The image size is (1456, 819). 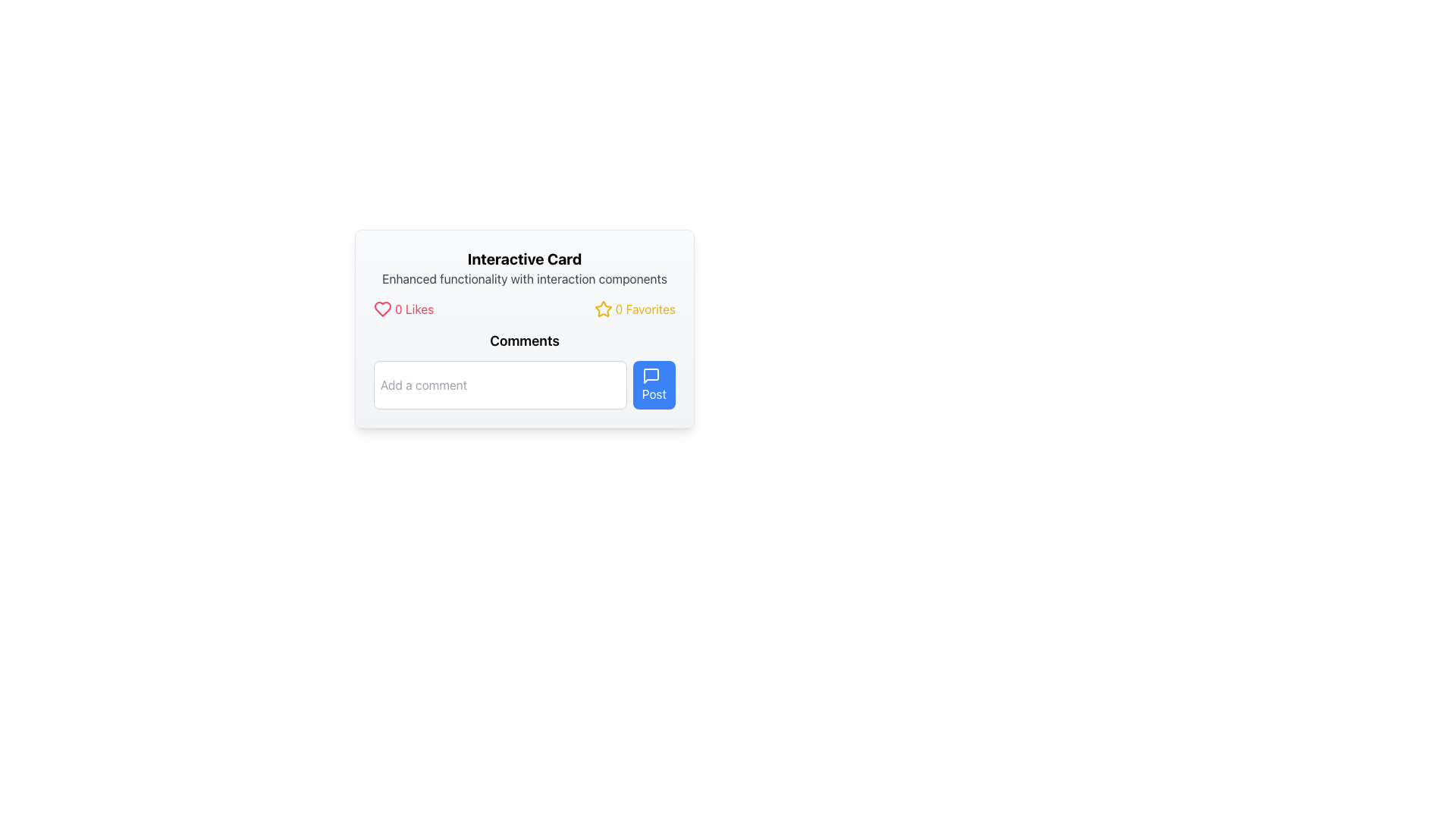 What do you see at coordinates (602, 309) in the screenshot?
I see `the favorite icon located within the '0 Favorites' section, which visually represents the favorite or rating system` at bounding box center [602, 309].